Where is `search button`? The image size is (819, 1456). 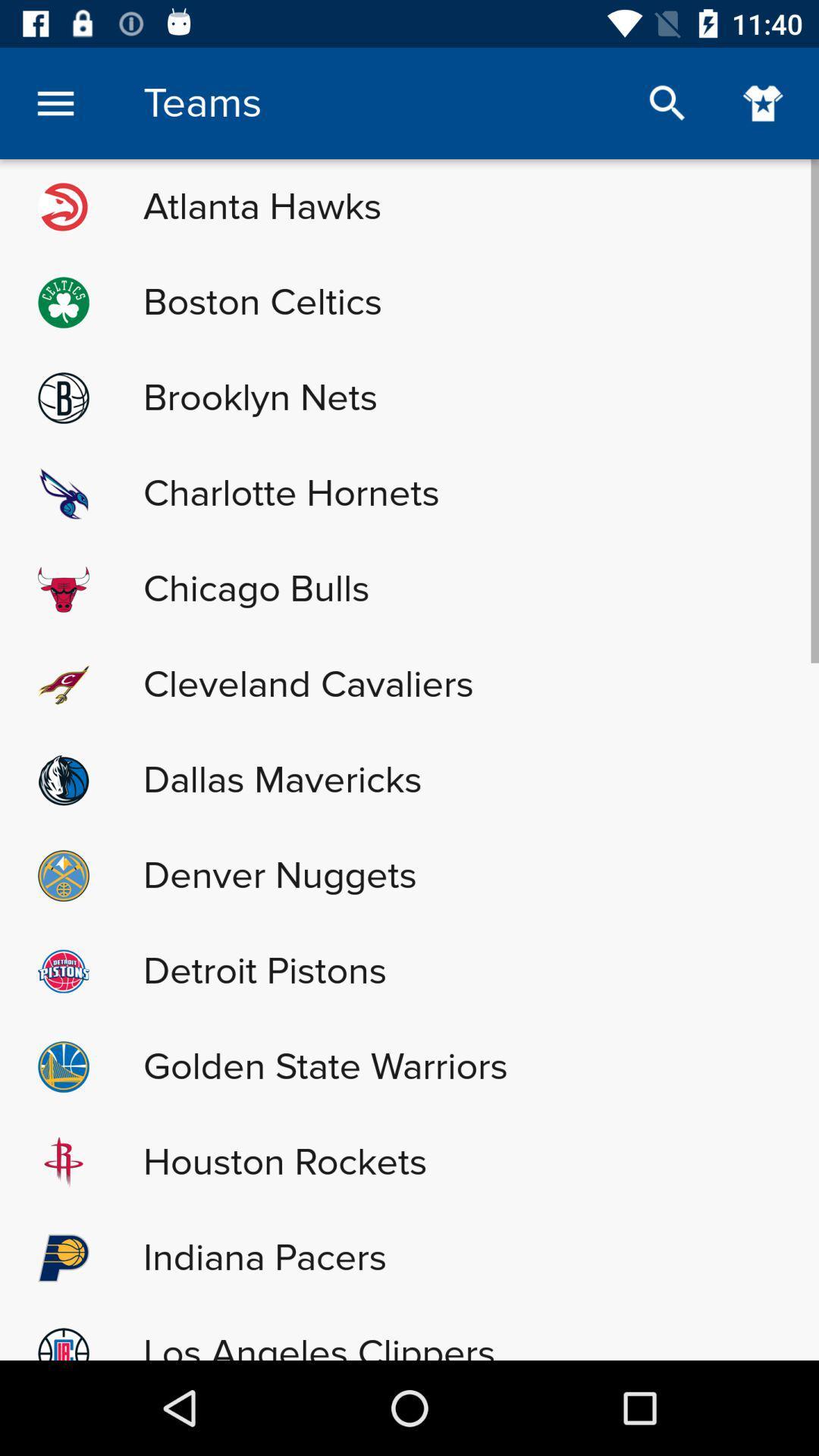 search button is located at coordinates (667, 102).